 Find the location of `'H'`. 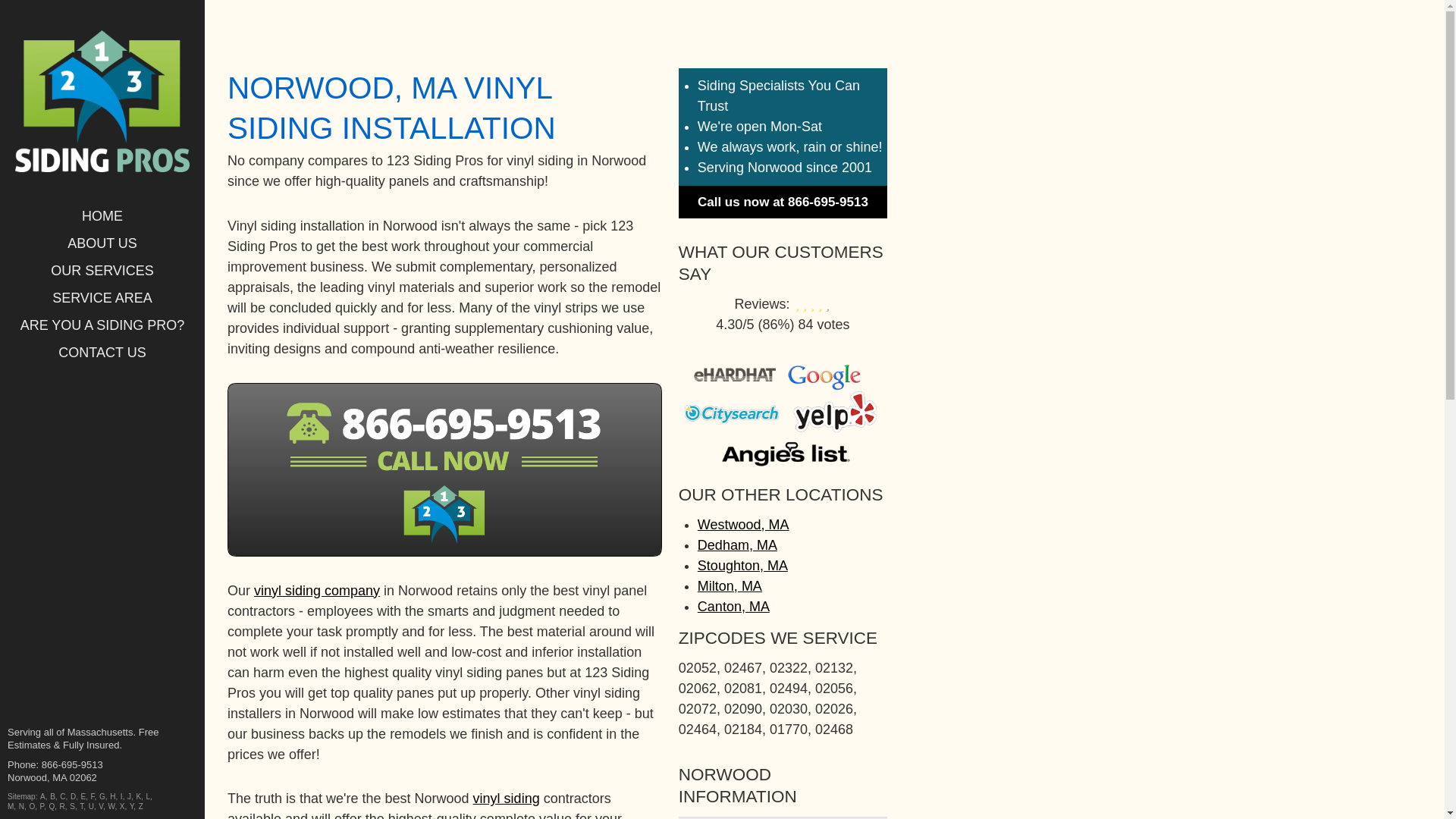

'H' is located at coordinates (108, 795).